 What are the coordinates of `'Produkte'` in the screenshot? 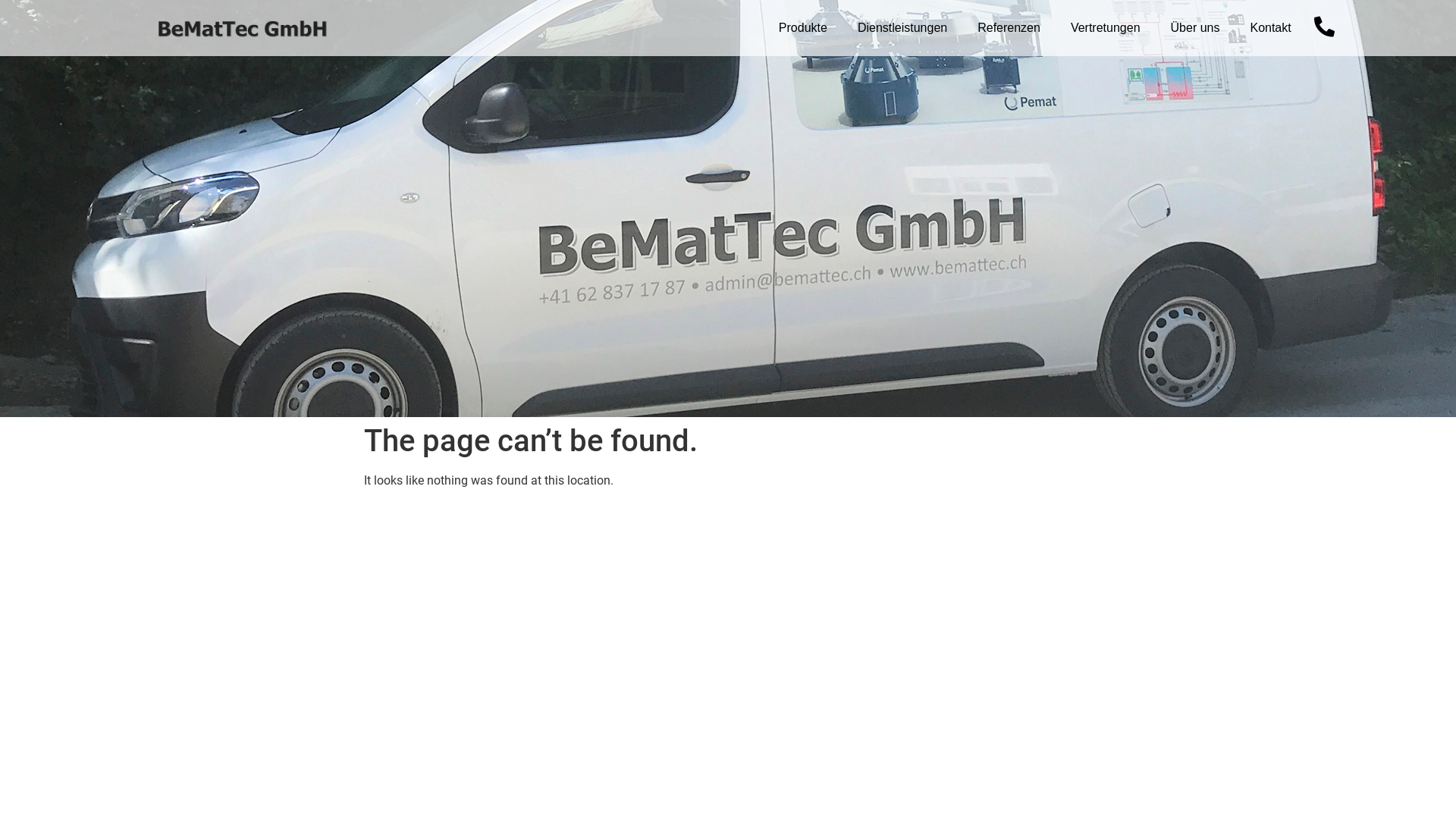 It's located at (802, 28).